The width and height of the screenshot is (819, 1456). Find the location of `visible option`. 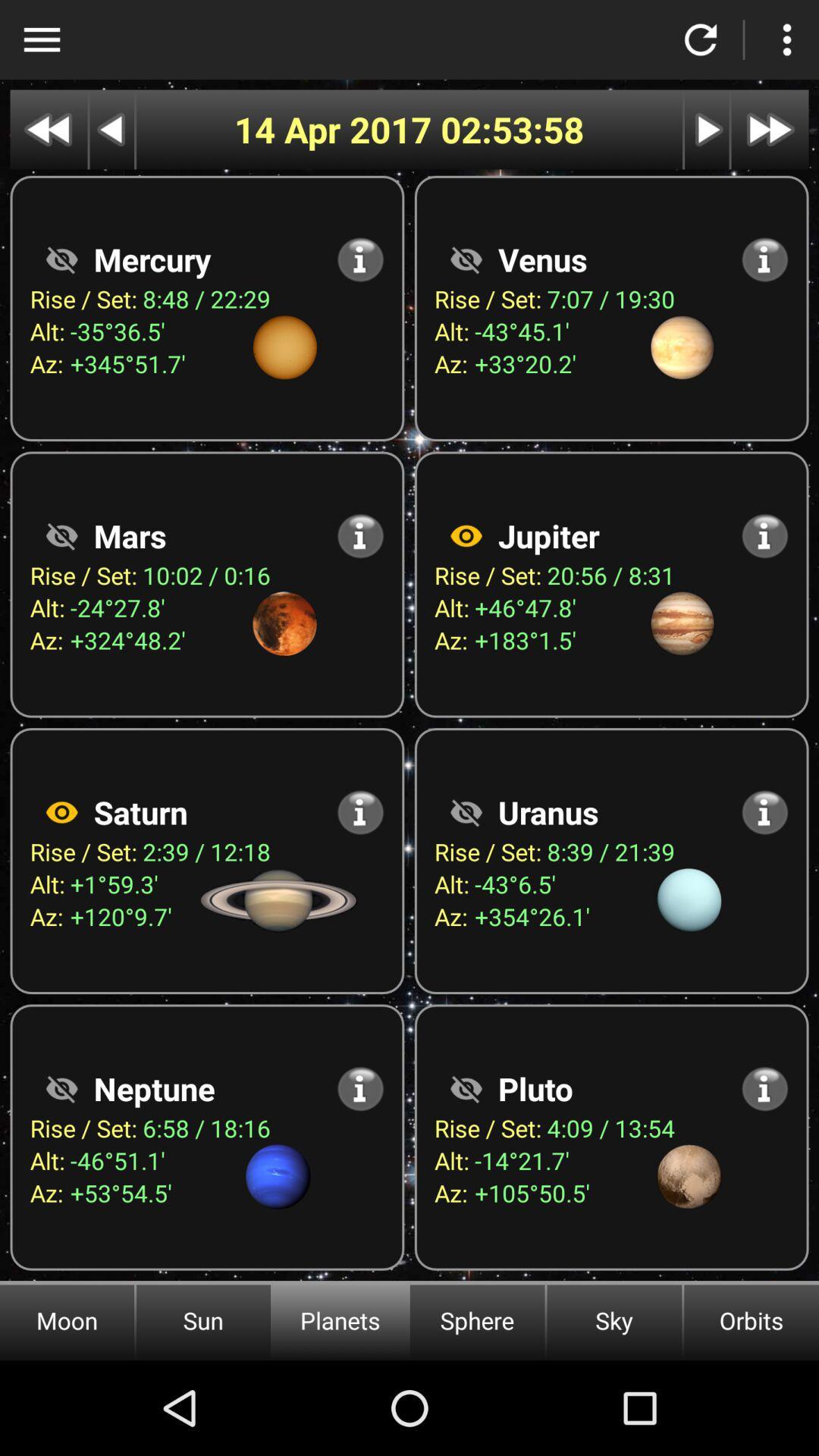

visible option is located at coordinates (465, 1087).